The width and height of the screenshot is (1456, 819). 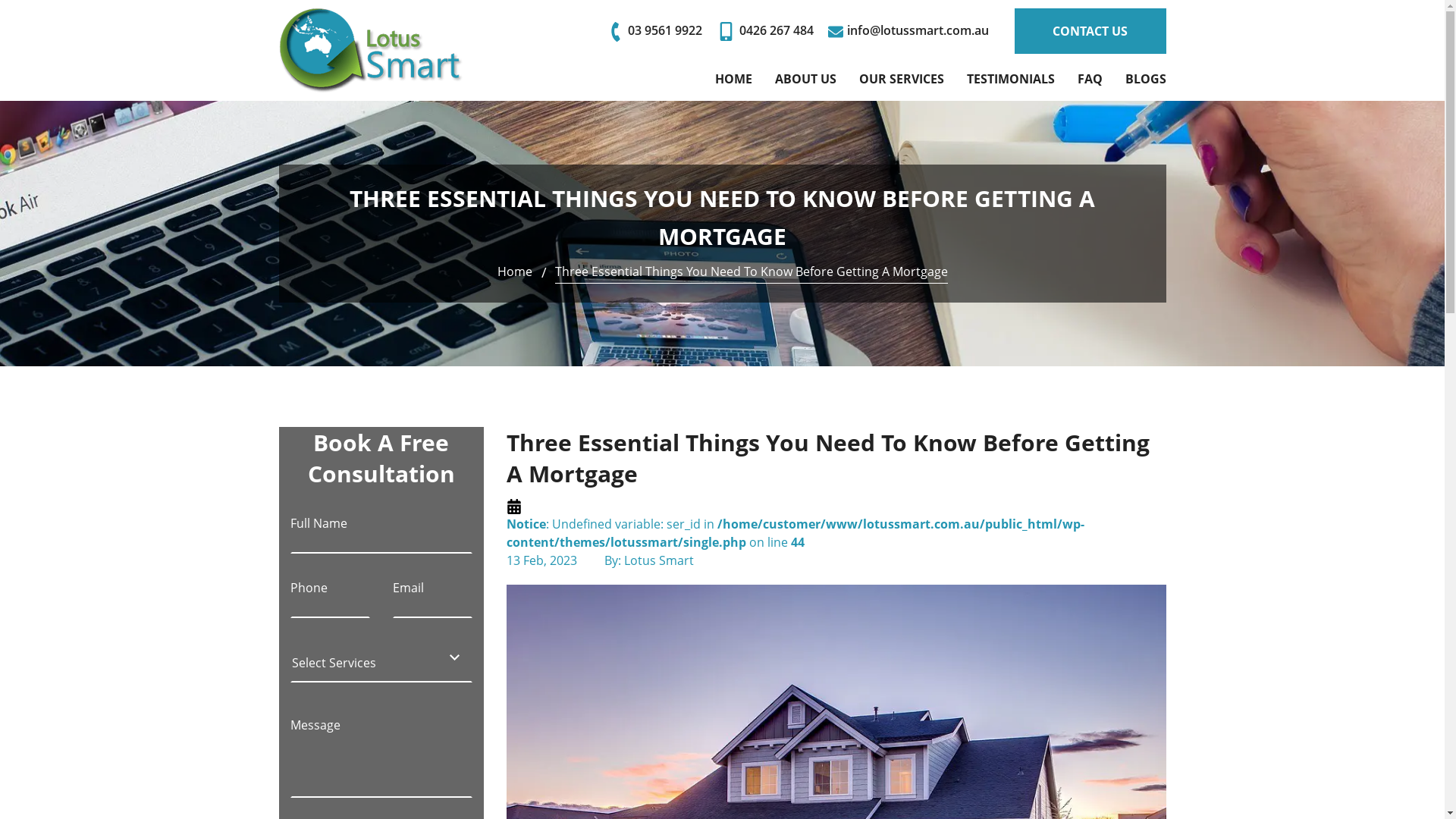 I want to click on 'FAQ', so click(x=1088, y=79).